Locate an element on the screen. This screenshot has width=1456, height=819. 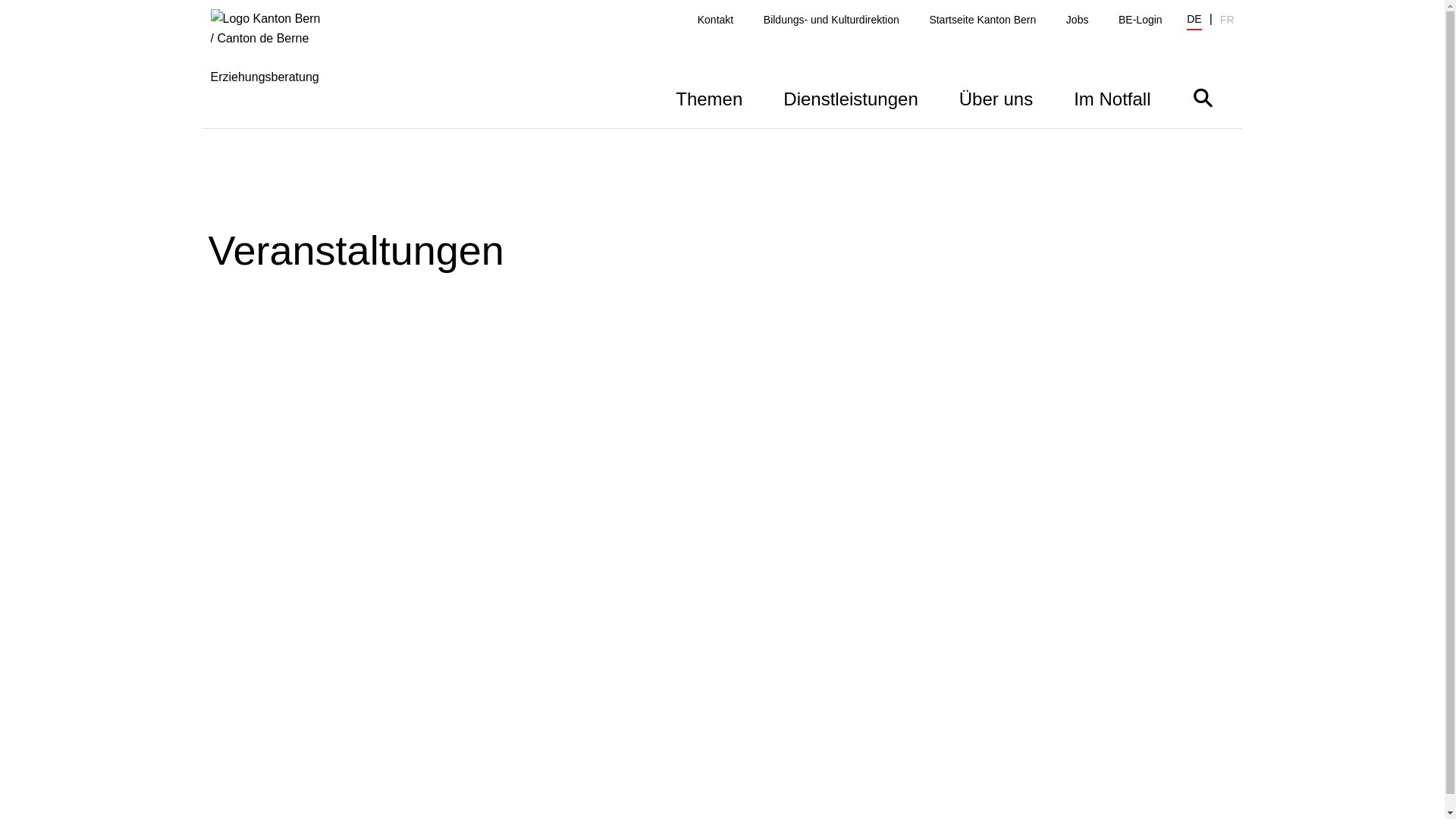
'BE-Login' is located at coordinates (1140, 20).